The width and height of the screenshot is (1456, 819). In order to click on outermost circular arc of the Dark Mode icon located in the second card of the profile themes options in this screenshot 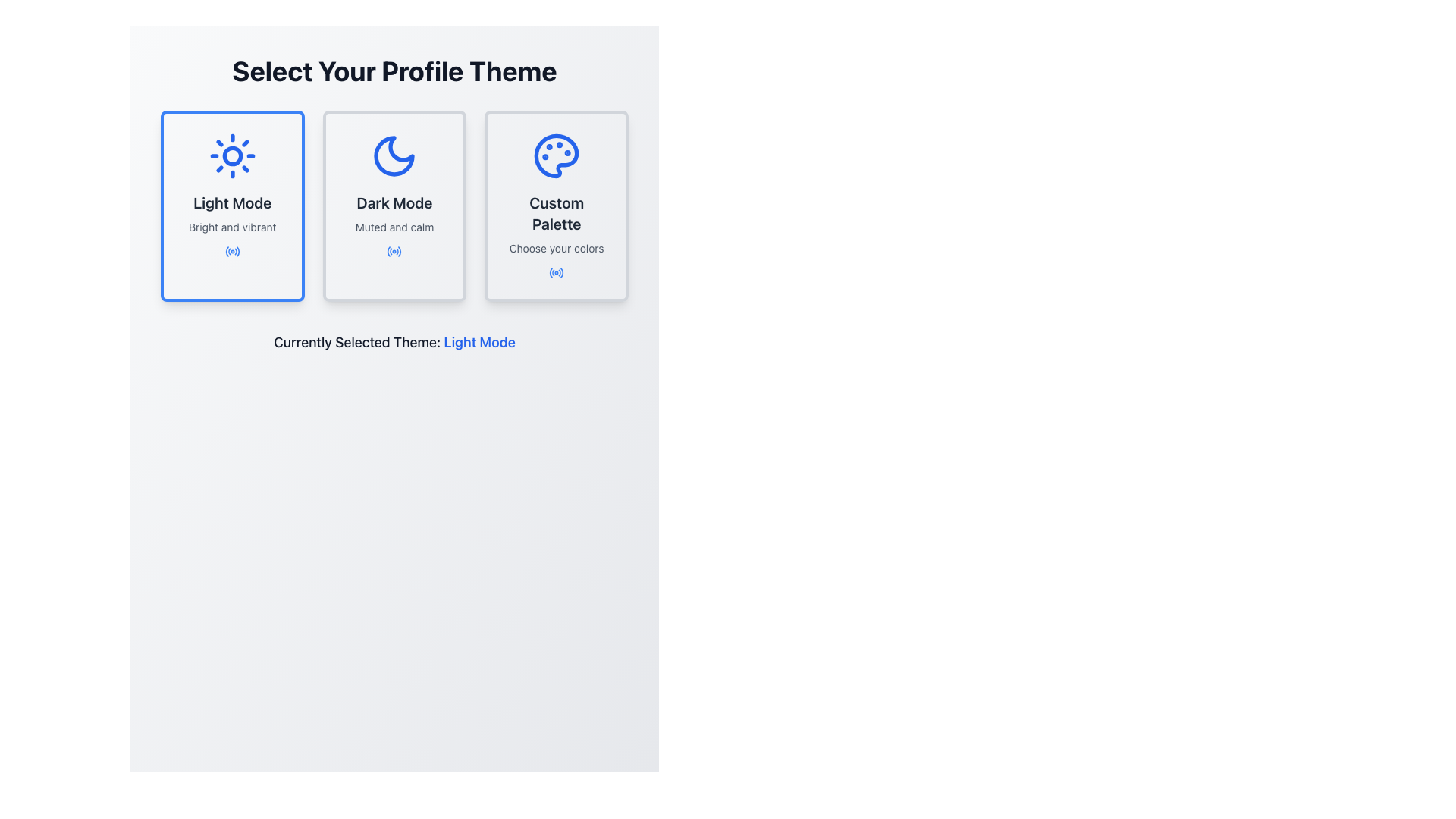, I will do `click(400, 250)`.